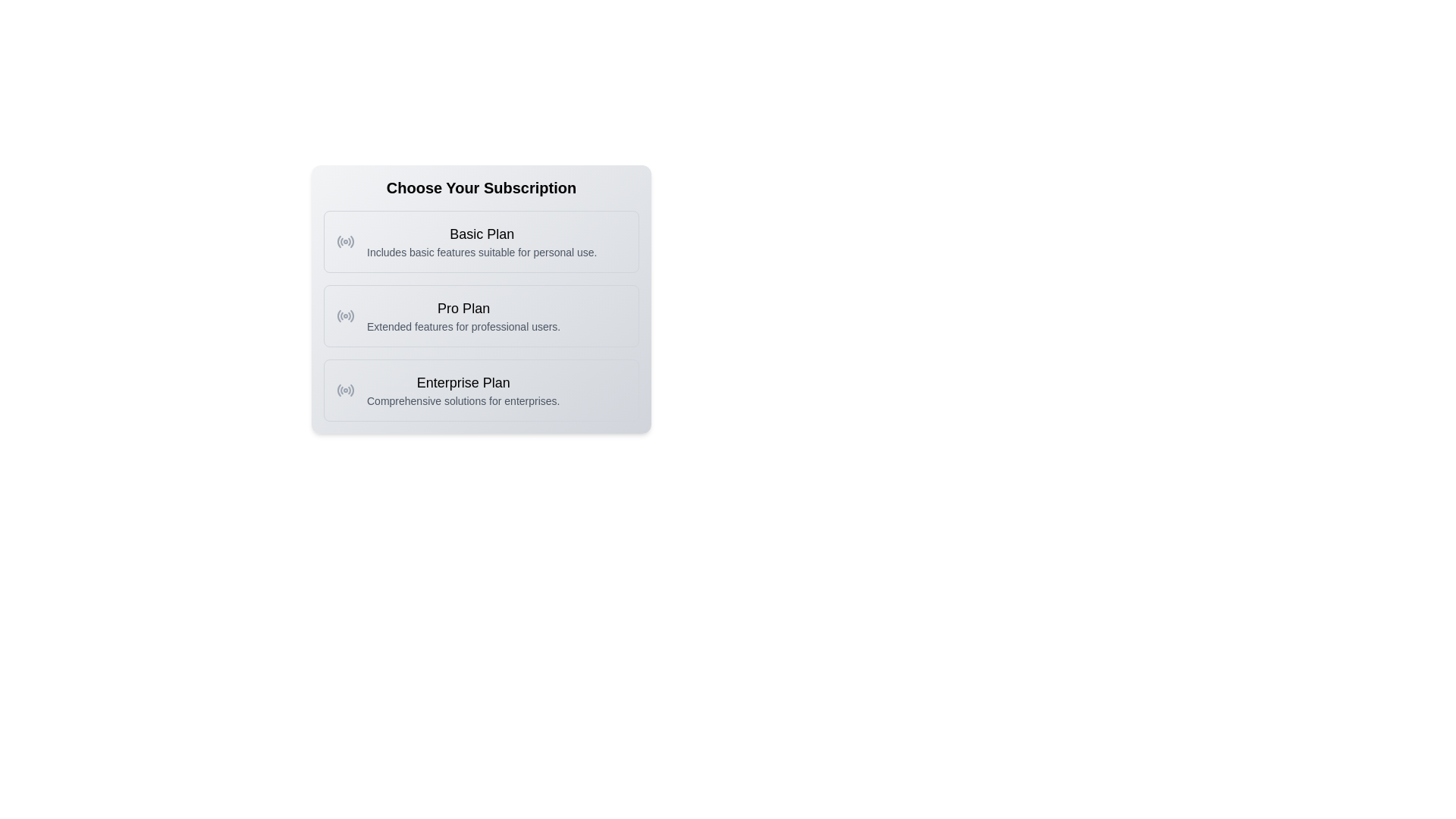 The width and height of the screenshot is (1456, 819). What do you see at coordinates (463, 390) in the screenshot?
I see `information presented in the 'Enterprise Plan' text block, which is the third item in the vertically stacked list of subscription plans` at bounding box center [463, 390].